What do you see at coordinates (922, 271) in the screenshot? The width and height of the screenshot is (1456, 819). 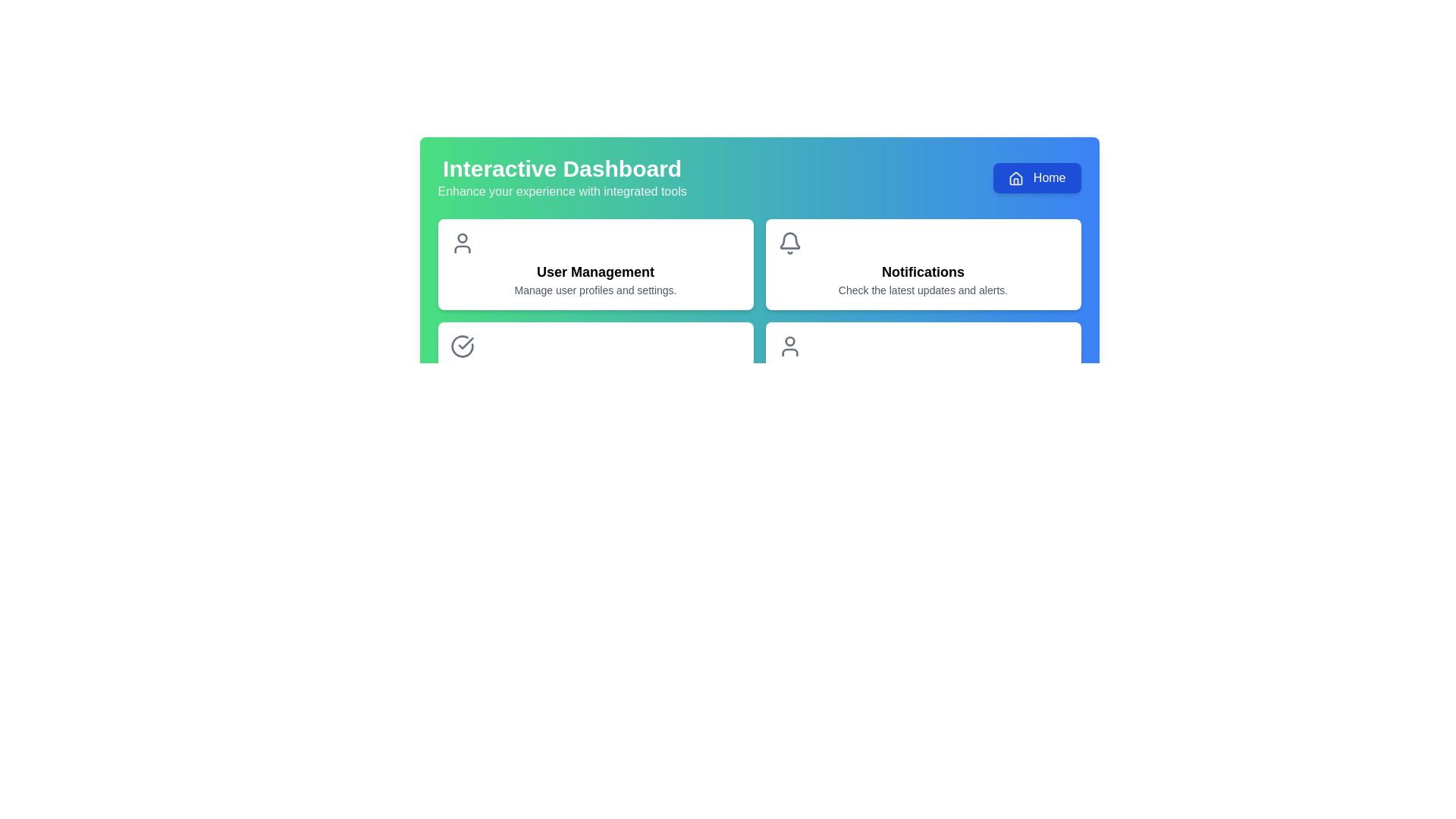 I see `title text label for 'Notifications' located in the top-right quadrant of the interface, centered beneath the bell icon` at bounding box center [922, 271].